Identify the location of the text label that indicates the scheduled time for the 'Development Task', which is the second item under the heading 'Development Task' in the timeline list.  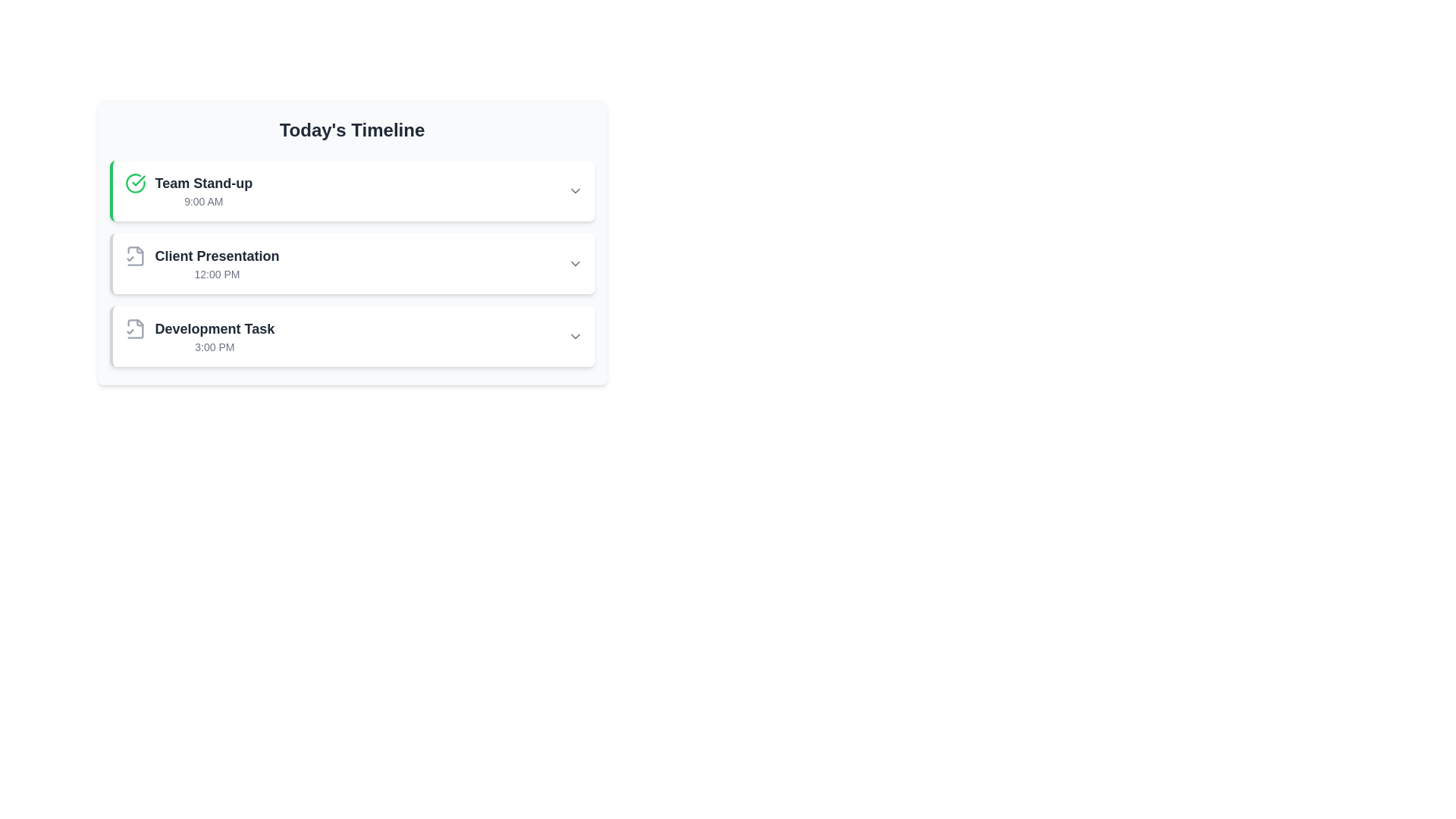
(214, 347).